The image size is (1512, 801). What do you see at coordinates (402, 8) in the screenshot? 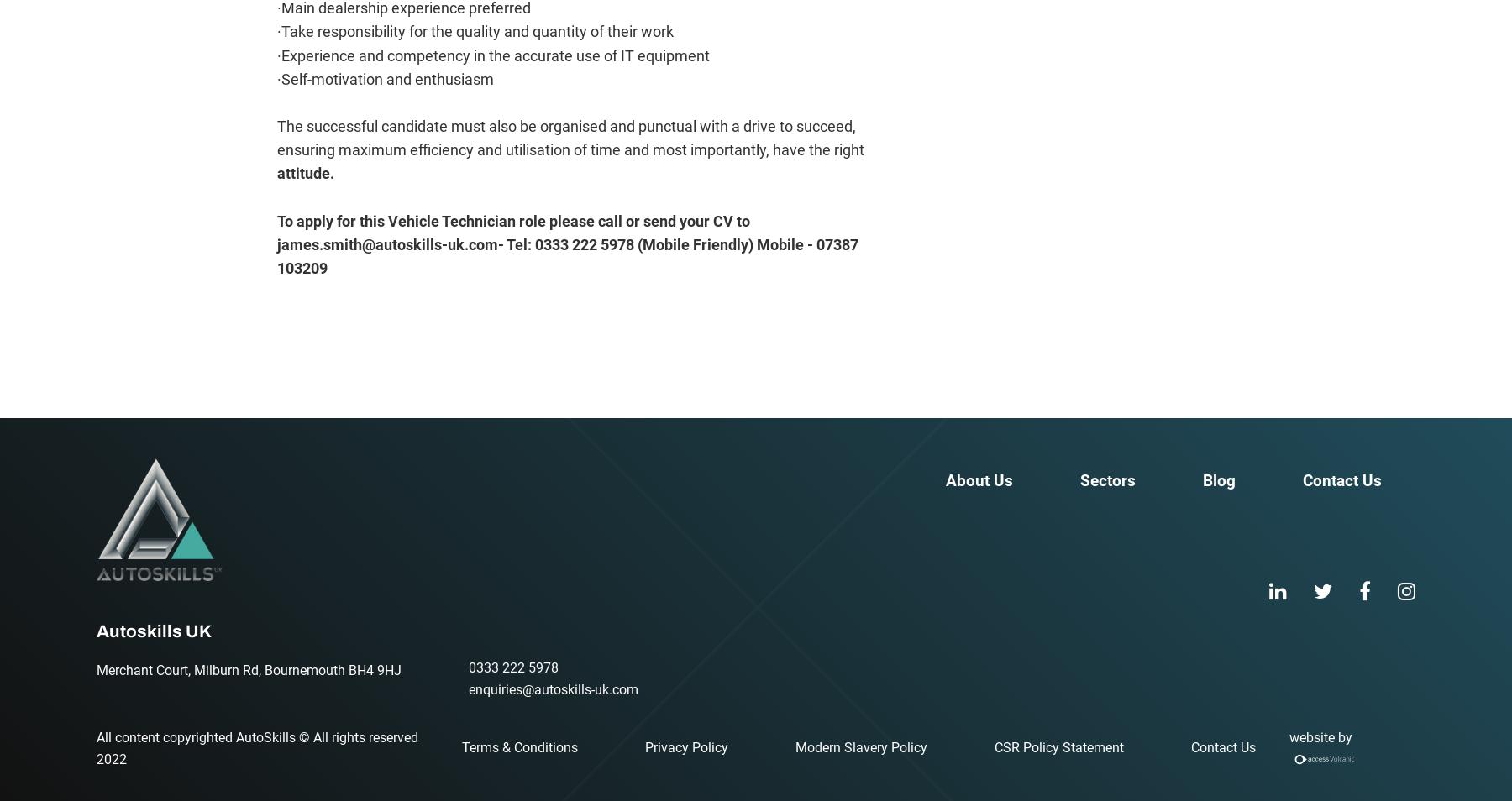
I see `'·Main dealership experience preferred'` at bounding box center [402, 8].